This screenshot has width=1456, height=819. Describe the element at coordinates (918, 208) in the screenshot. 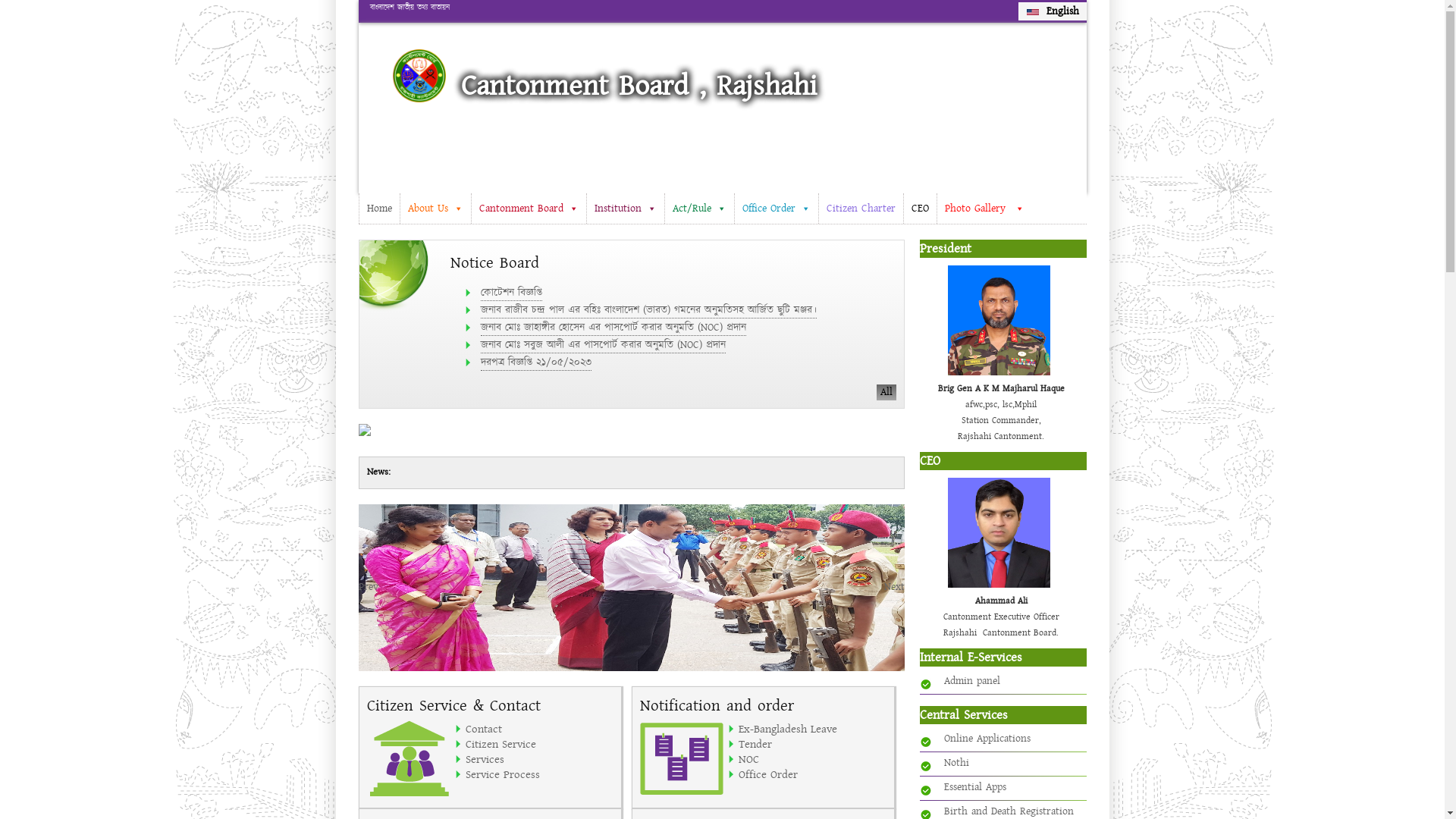

I see `'CEO'` at that location.